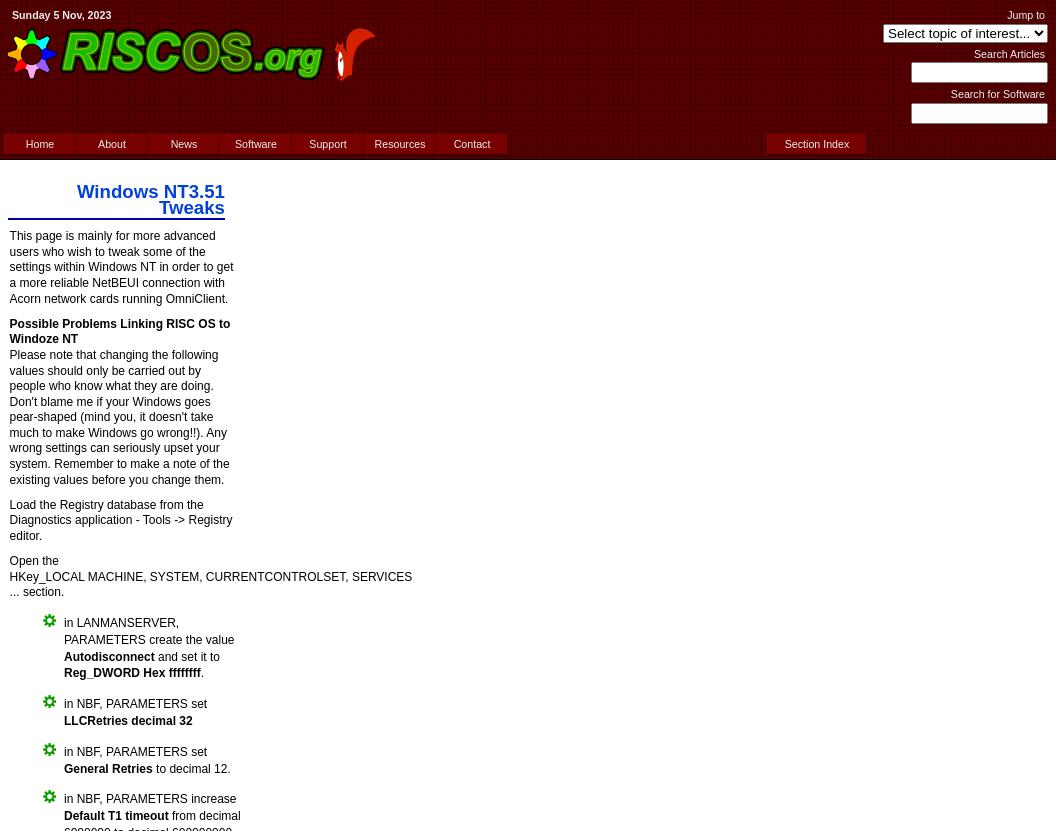  I want to click on 'Autodisconnect', so click(63, 655).